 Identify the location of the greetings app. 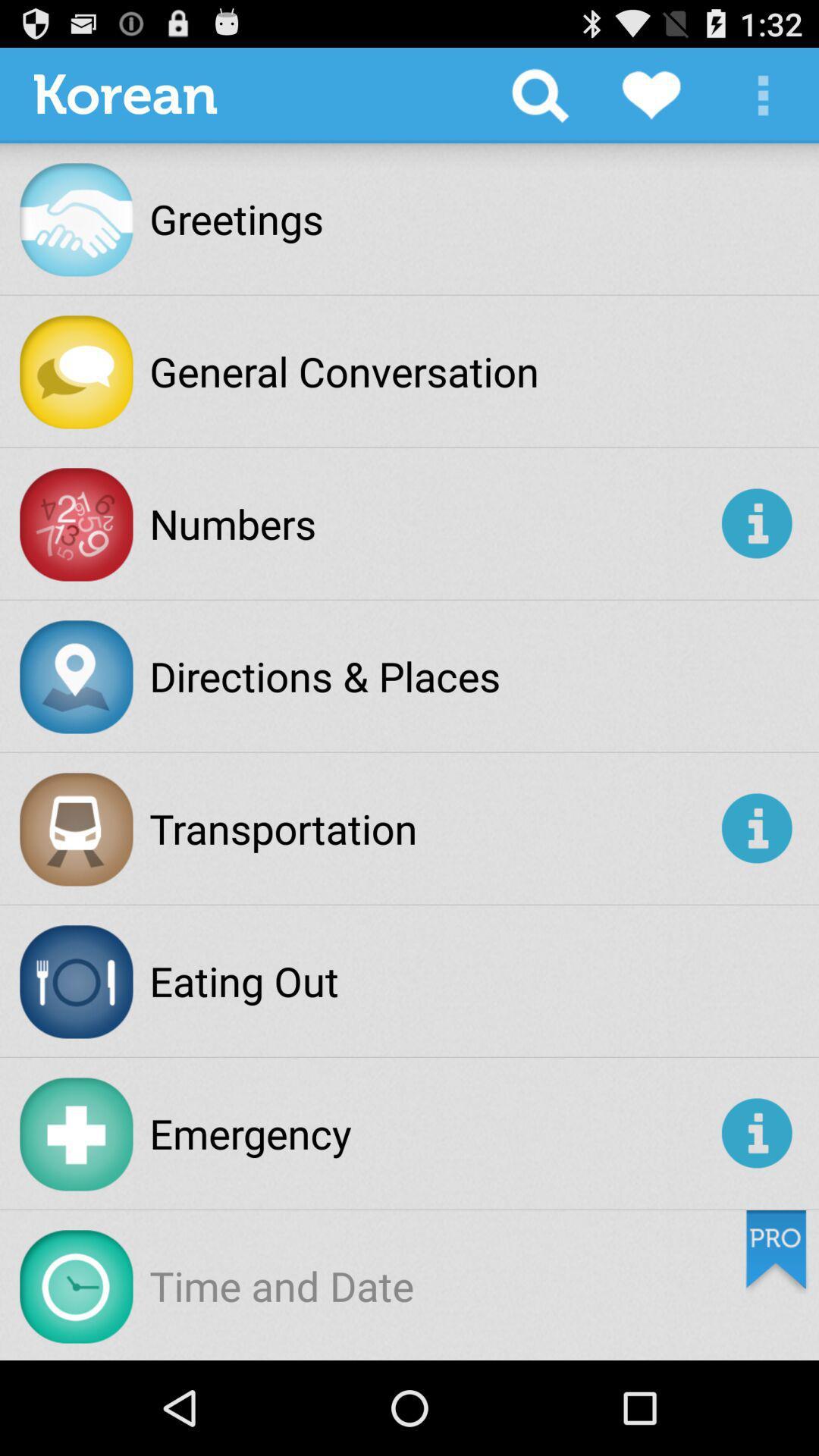
(237, 218).